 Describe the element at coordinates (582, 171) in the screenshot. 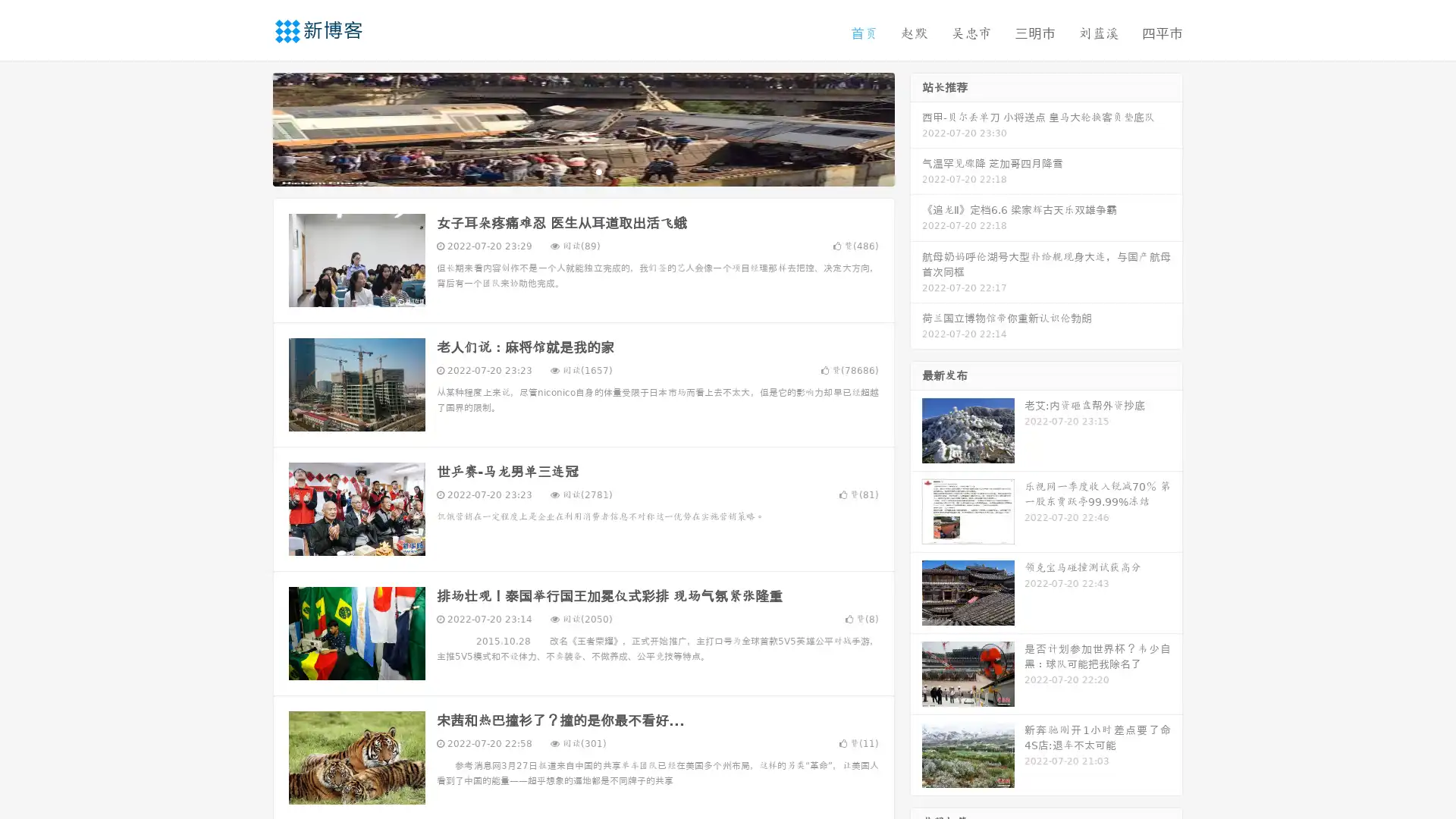

I see `Go to slide 2` at that location.